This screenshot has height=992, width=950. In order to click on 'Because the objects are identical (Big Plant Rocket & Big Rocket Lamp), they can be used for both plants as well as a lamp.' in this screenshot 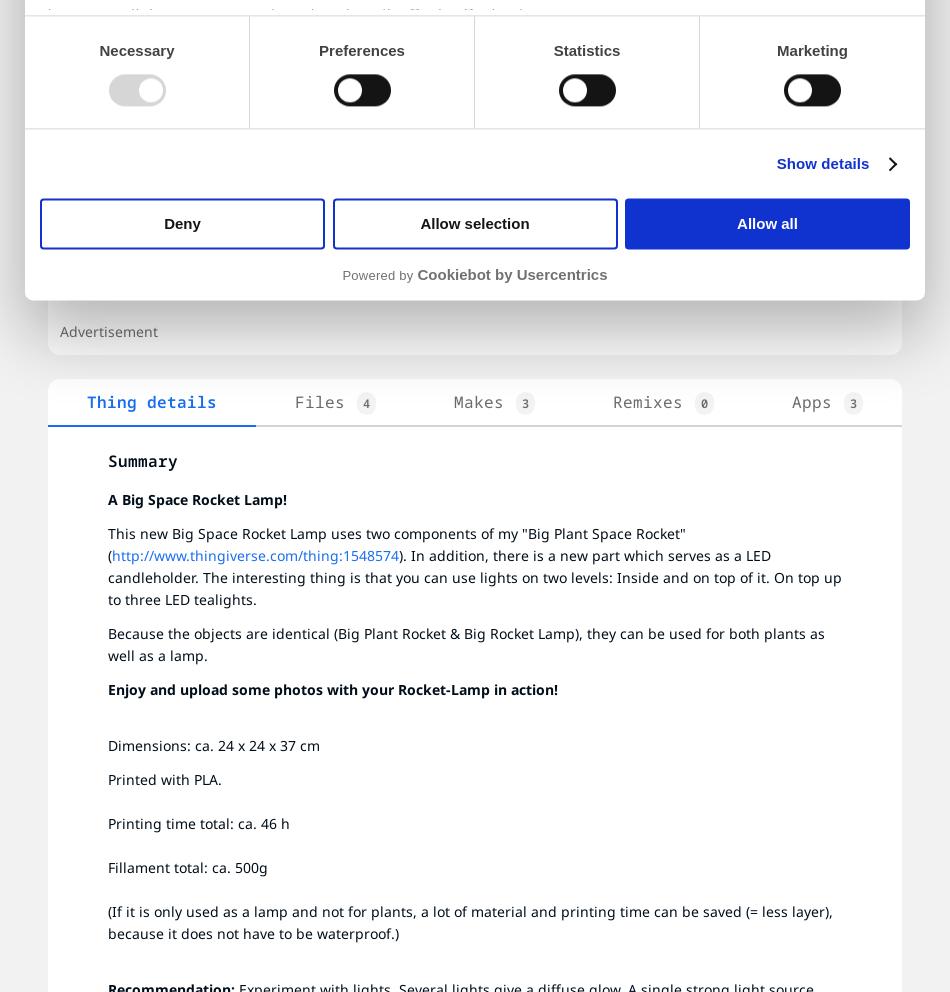, I will do `click(467, 644)`.